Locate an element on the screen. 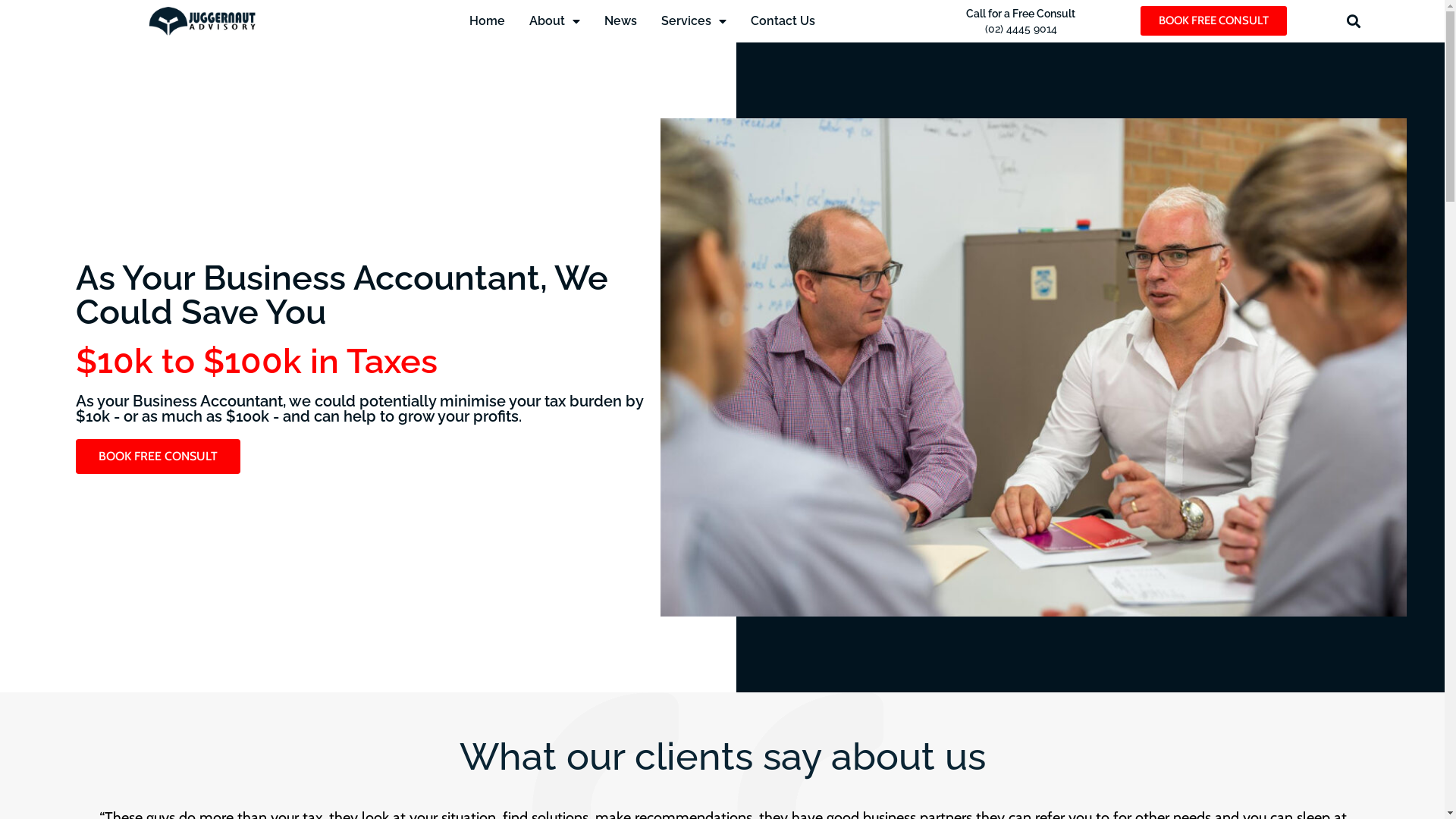 Image resolution: width=1456 pixels, height=819 pixels. 'BOOK FREE CONSULT' is located at coordinates (1213, 20).